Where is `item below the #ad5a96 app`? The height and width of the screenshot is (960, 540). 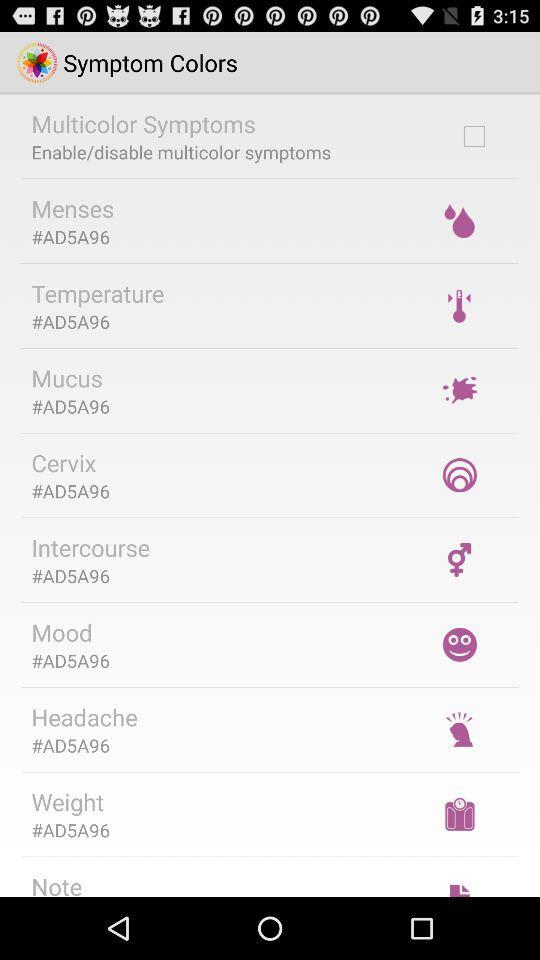
item below the #ad5a96 app is located at coordinates (83, 717).